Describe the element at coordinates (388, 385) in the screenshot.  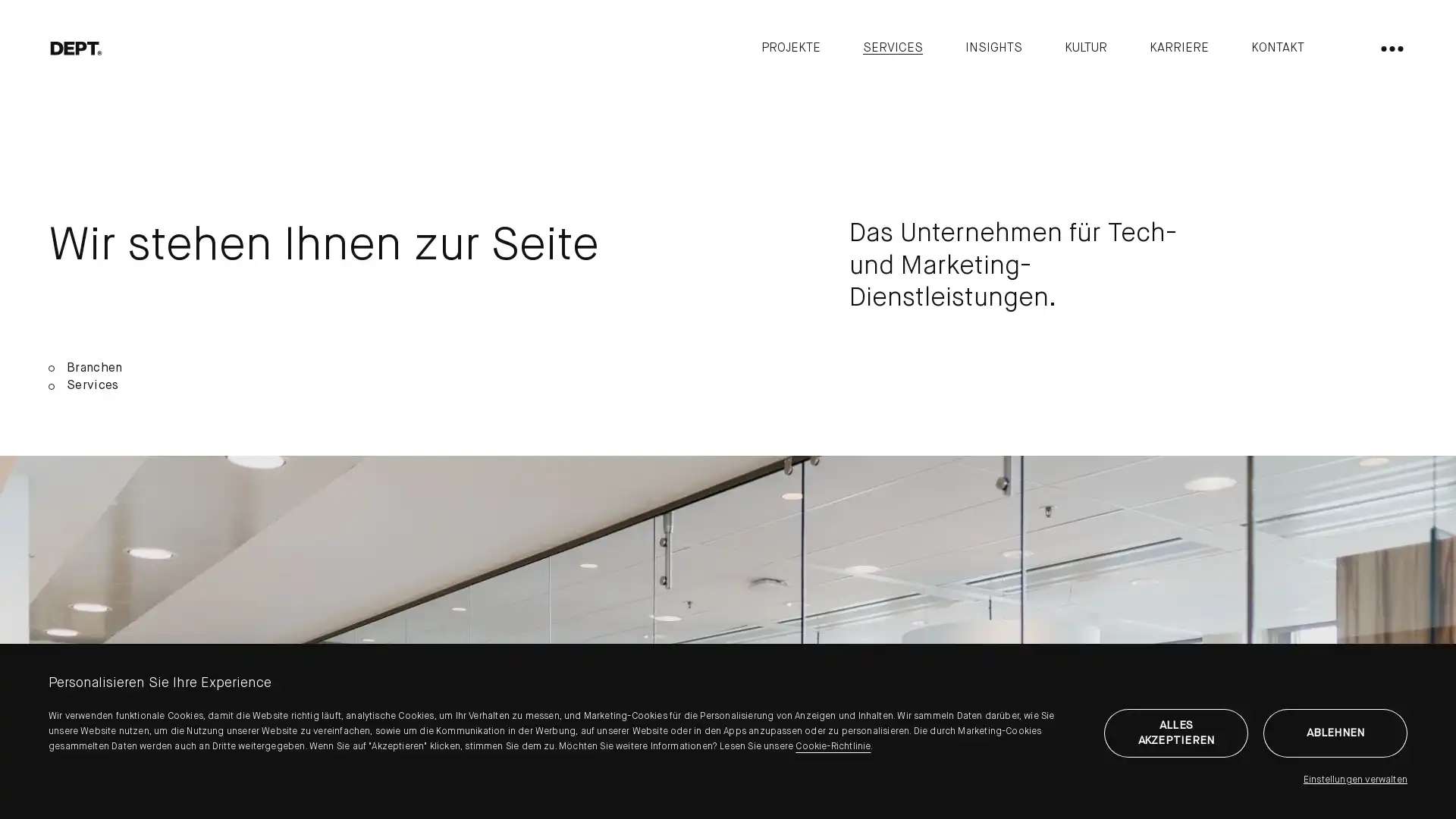
I see `Services` at that location.